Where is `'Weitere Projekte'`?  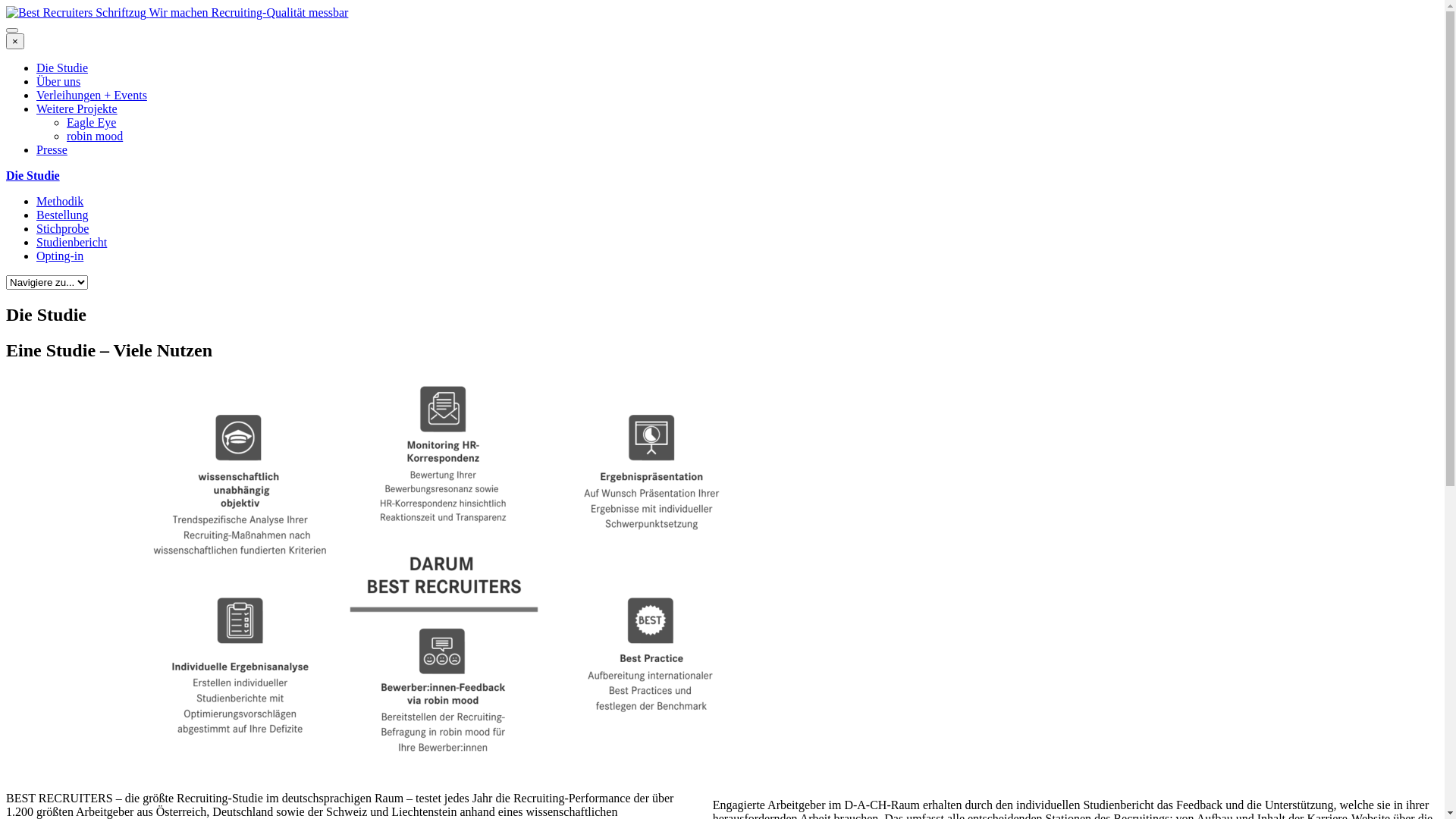
'Weitere Projekte' is located at coordinates (76, 108).